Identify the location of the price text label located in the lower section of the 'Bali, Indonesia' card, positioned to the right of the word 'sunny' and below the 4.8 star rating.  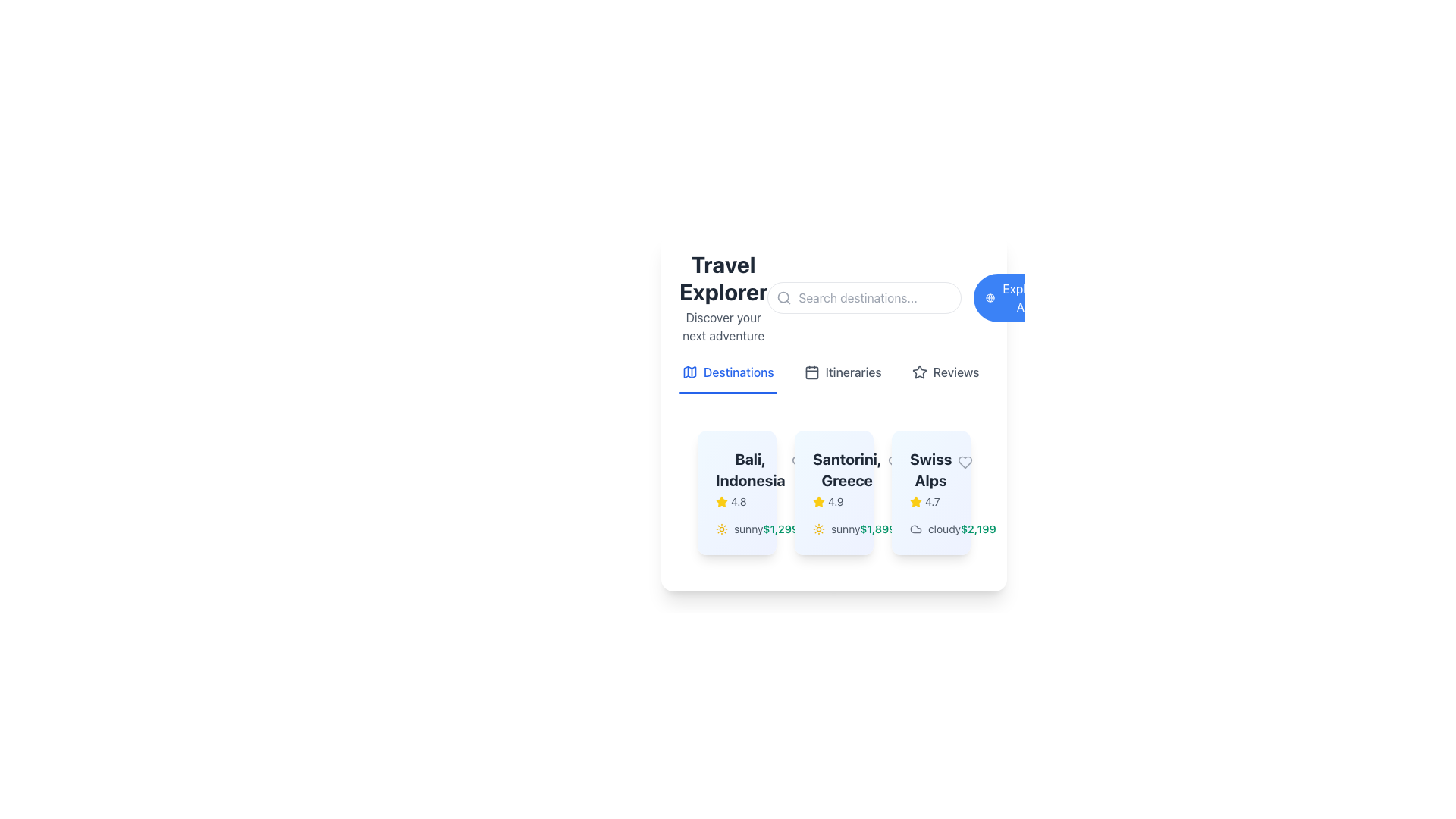
(780, 529).